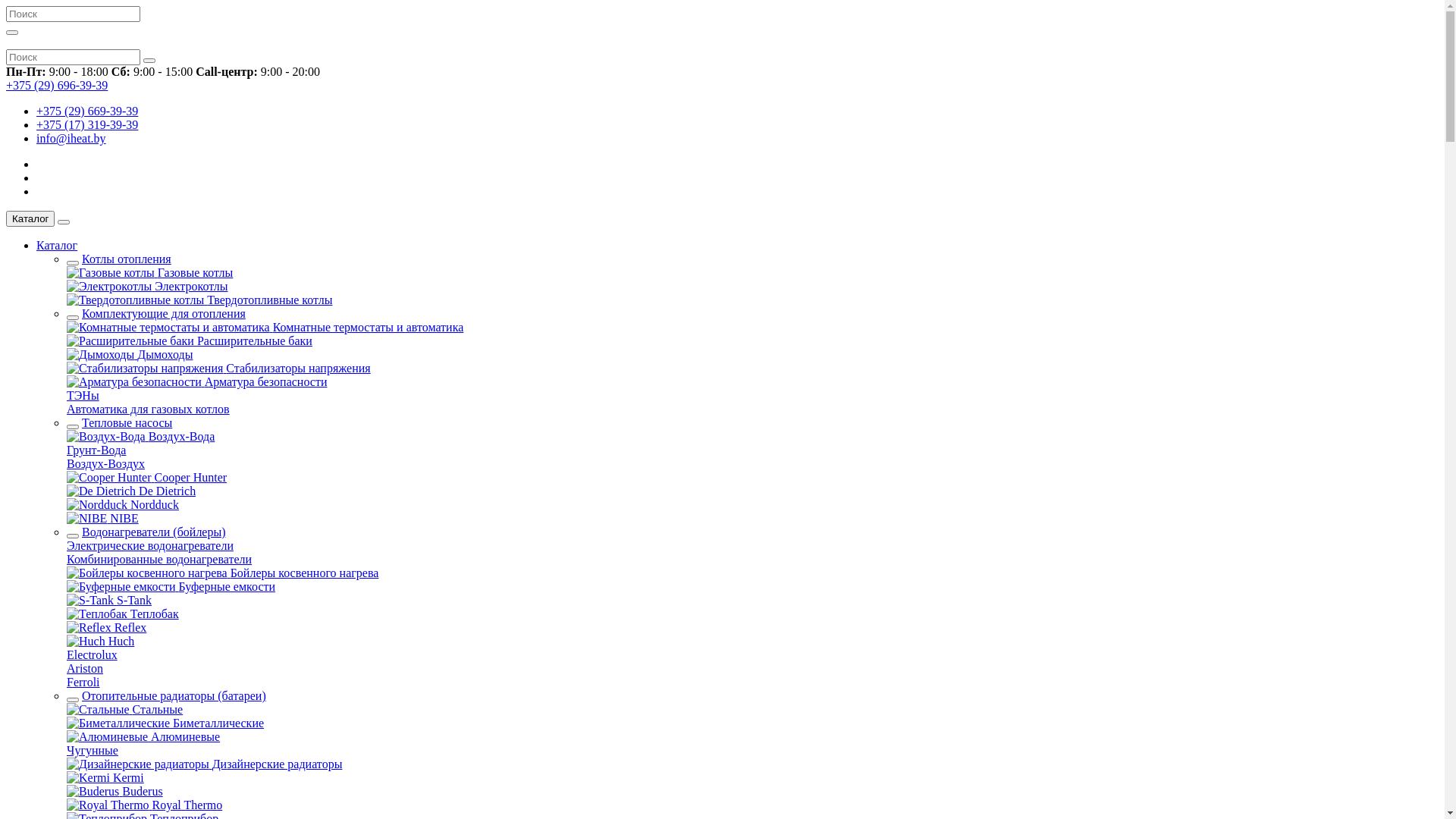 Image resolution: width=1456 pixels, height=819 pixels. I want to click on 'Kermi', so click(105, 777).